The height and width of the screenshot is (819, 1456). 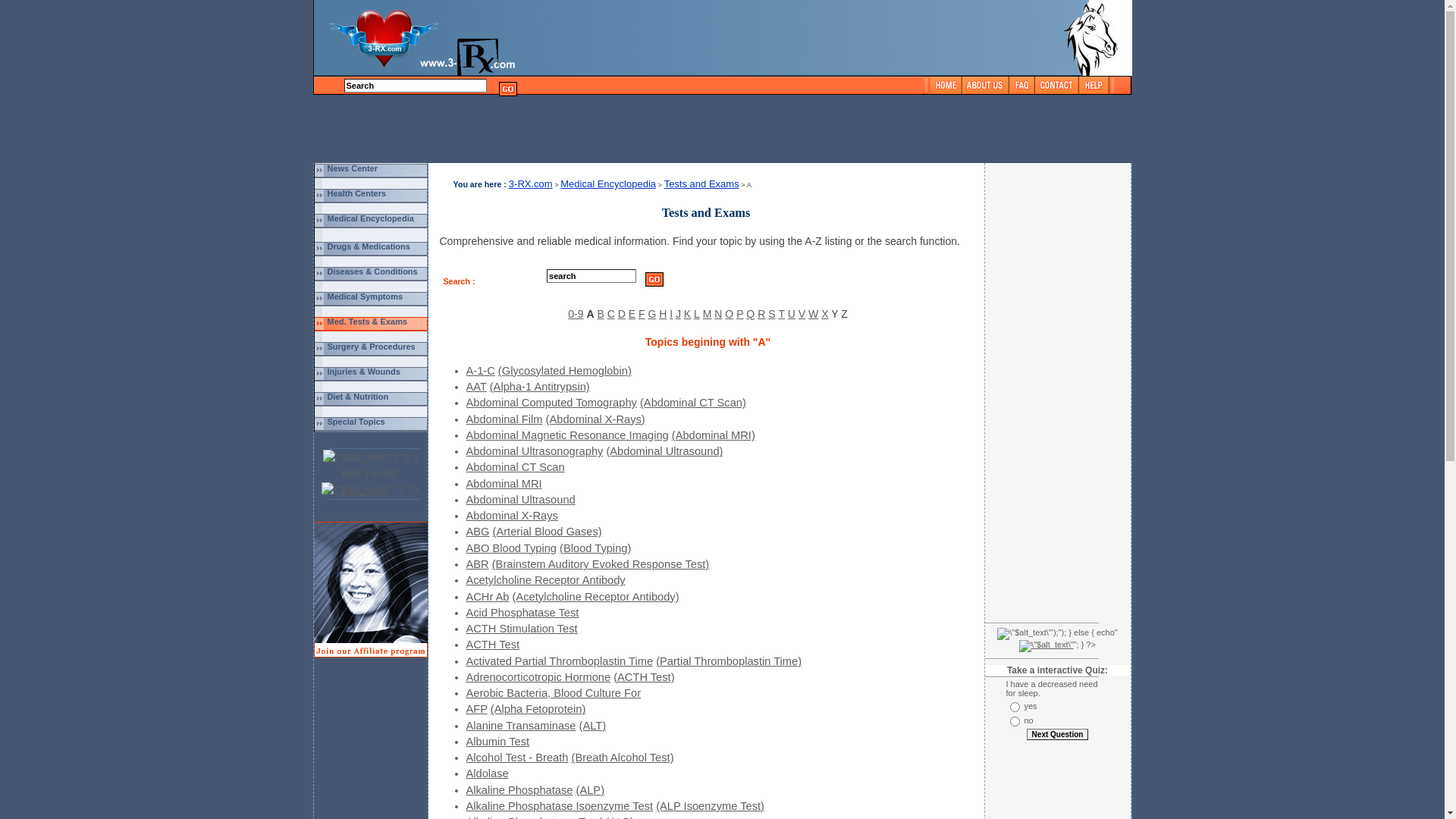 What do you see at coordinates (558, 660) in the screenshot?
I see `'Activated Partial Thromboplastin Time'` at bounding box center [558, 660].